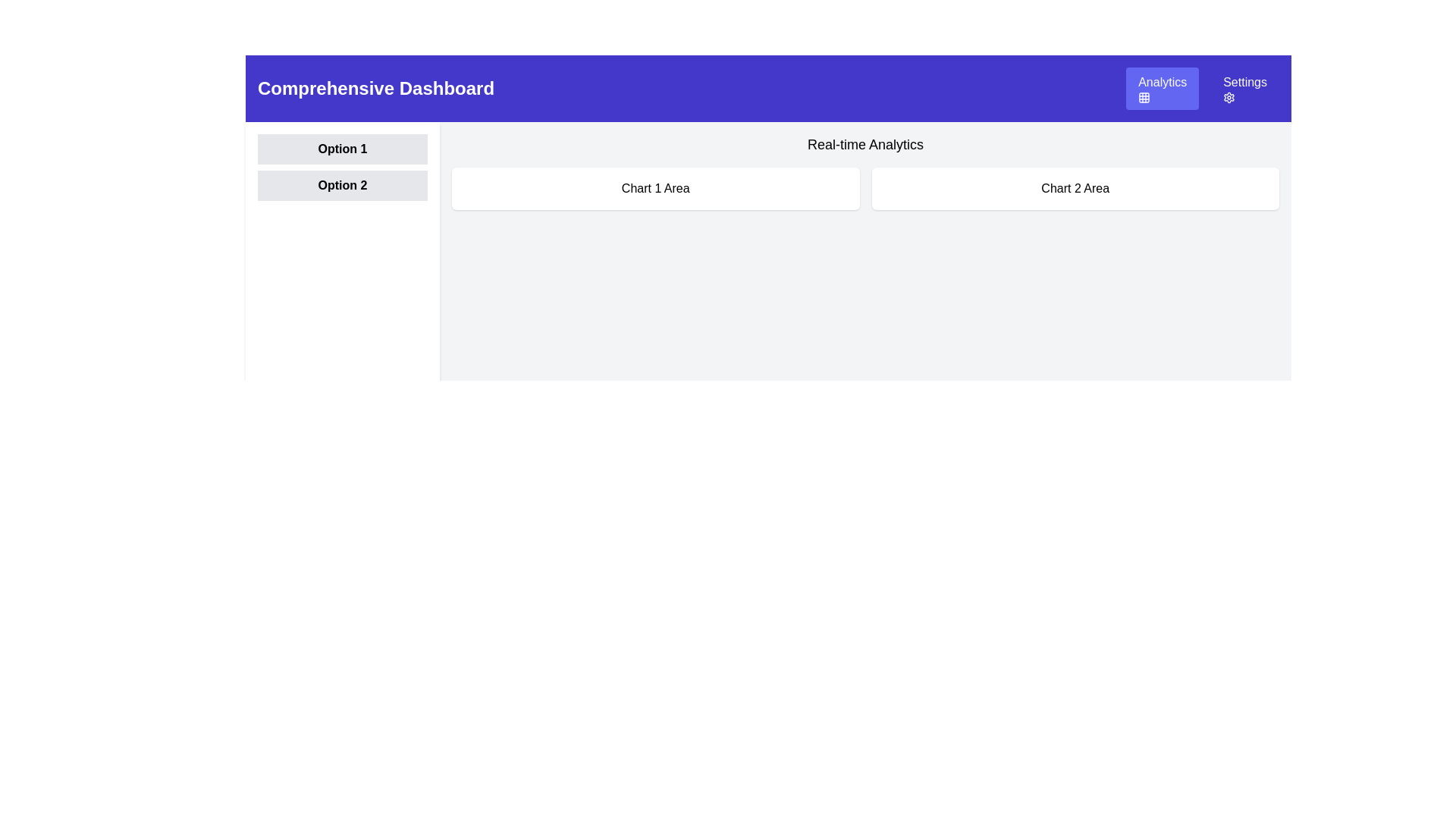 This screenshot has height=819, width=1456. I want to click on the small cogwheel icon representing settings, located near the 'Settings' label in the top-right corner of the interface, so click(1229, 97).